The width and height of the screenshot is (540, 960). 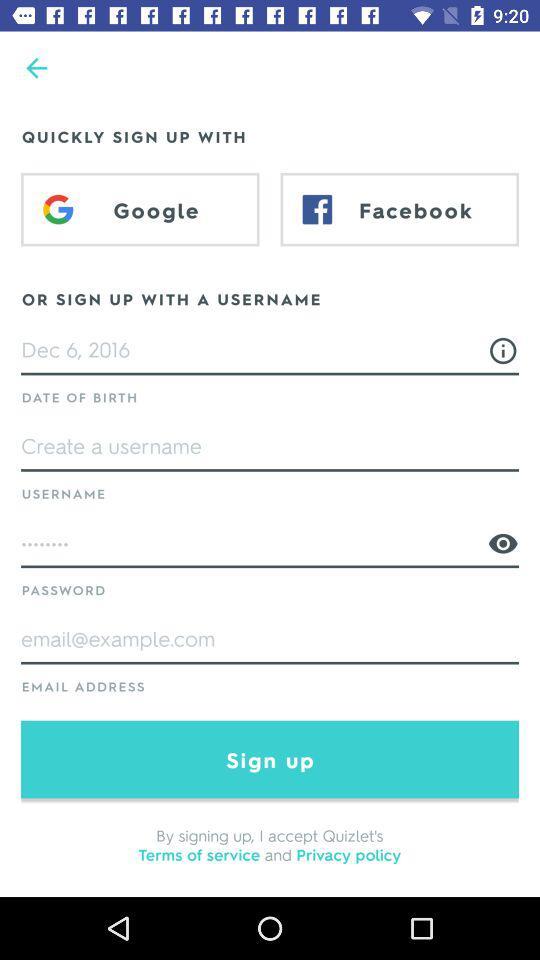 What do you see at coordinates (269, 843) in the screenshot?
I see `by signing up item` at bounding box center [269, 843].